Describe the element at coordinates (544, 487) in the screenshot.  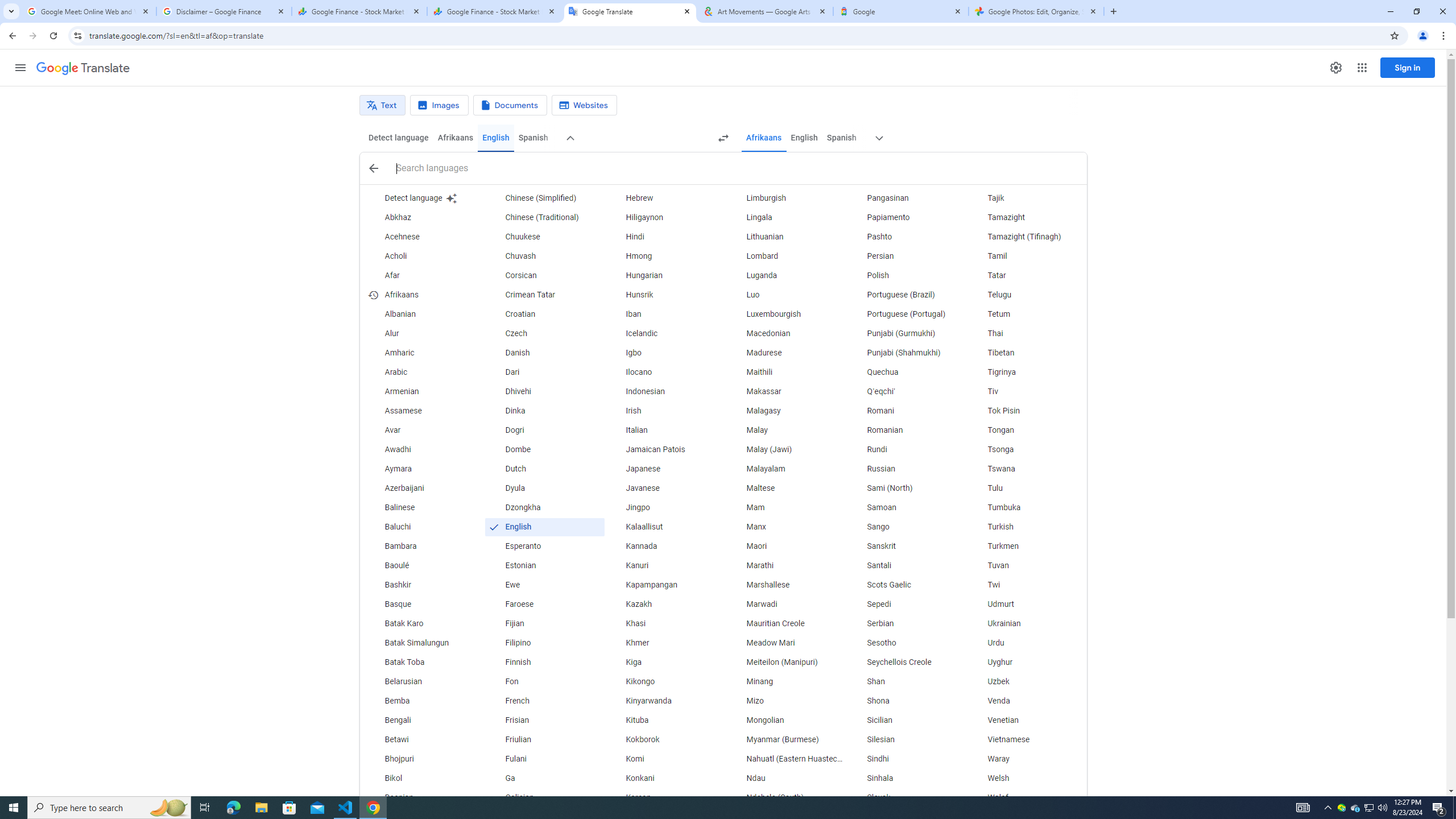
I see `'Dyula'` at that location.